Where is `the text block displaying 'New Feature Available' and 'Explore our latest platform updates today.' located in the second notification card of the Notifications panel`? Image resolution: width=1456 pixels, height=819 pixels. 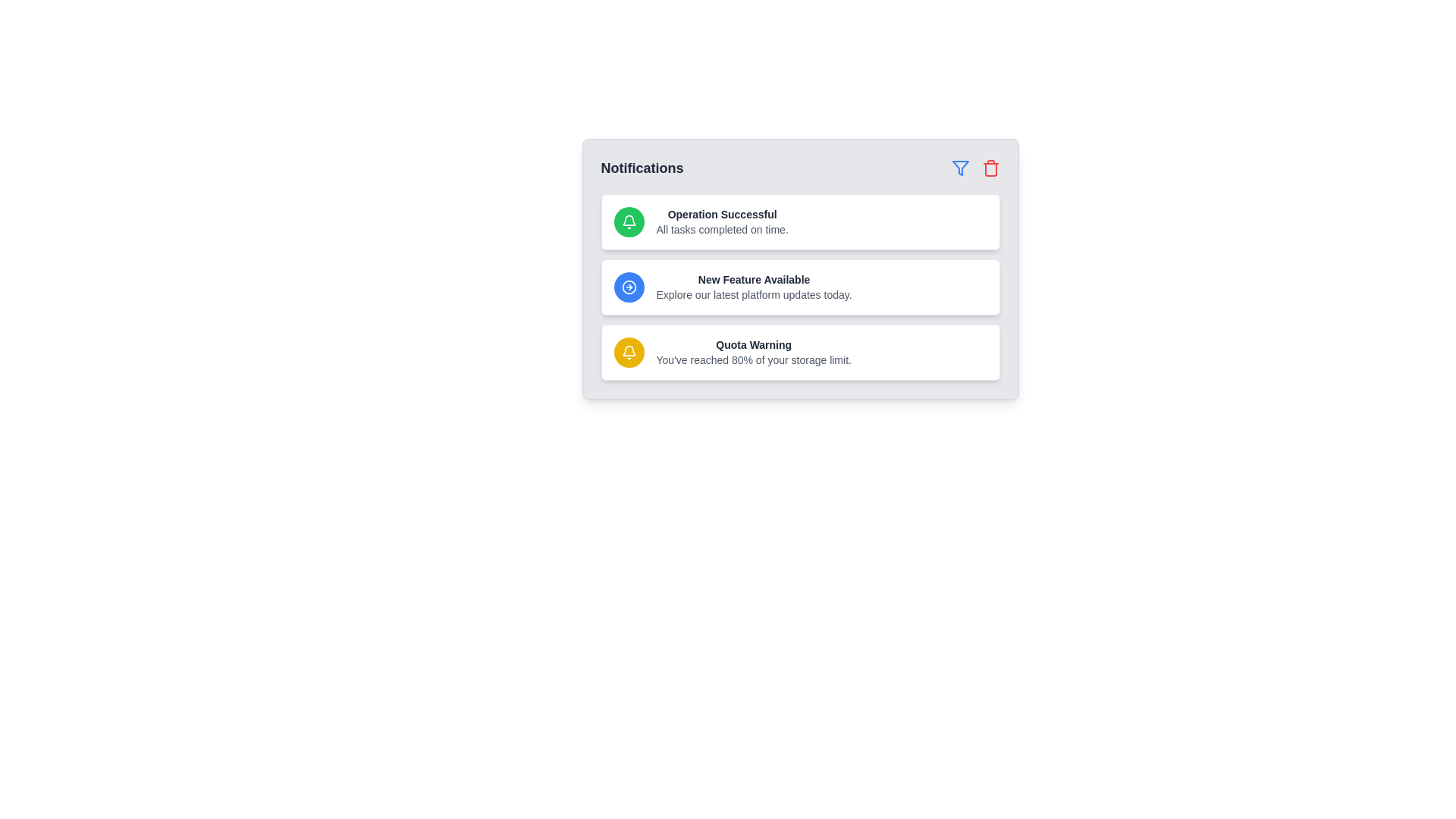
the text block displaying 'New Feature Available' and 'Explore our latest platform updates today.' located in the second notification card of the Notifications panel is located at coordinates (754, 287).